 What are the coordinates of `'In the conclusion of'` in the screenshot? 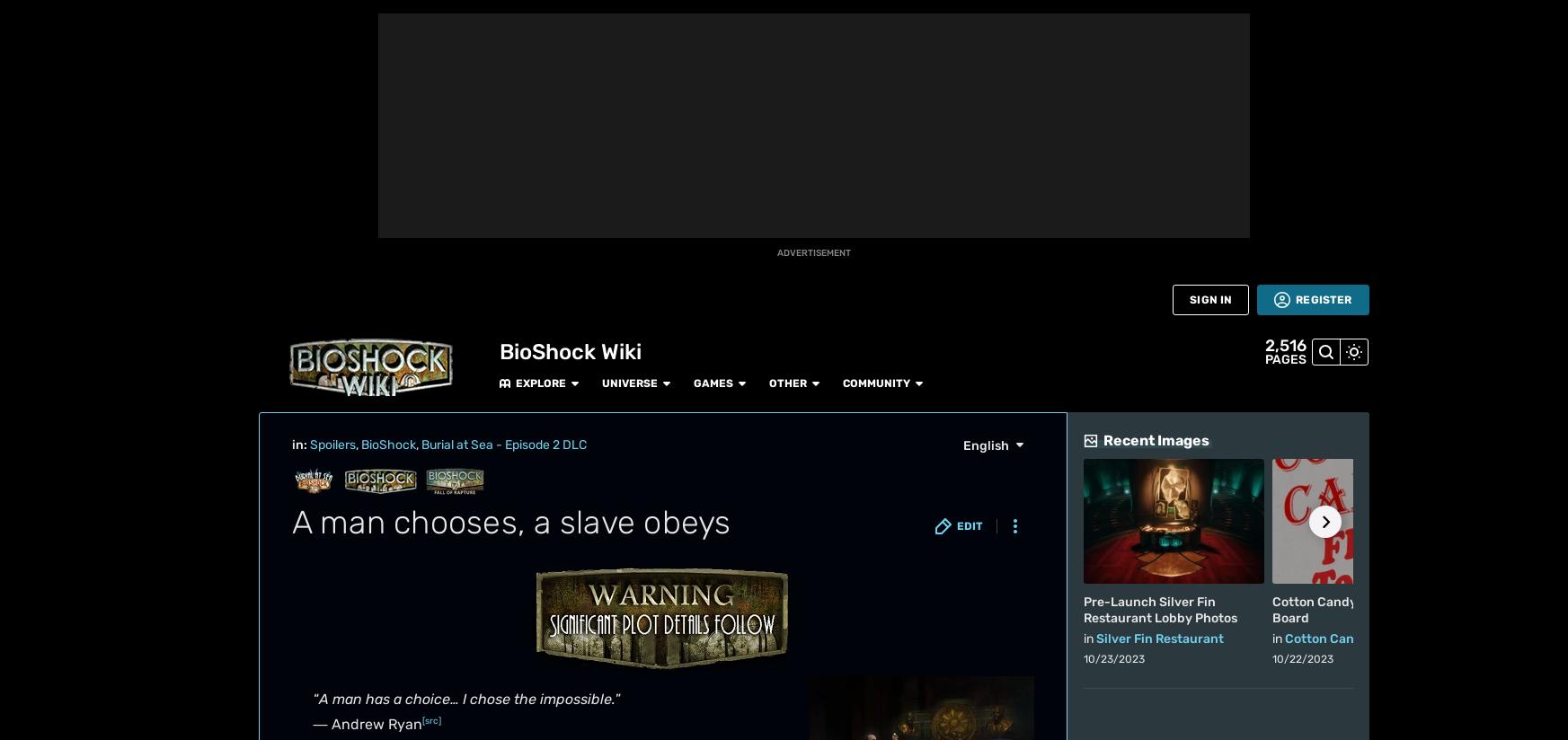 It's located at (358, 720).